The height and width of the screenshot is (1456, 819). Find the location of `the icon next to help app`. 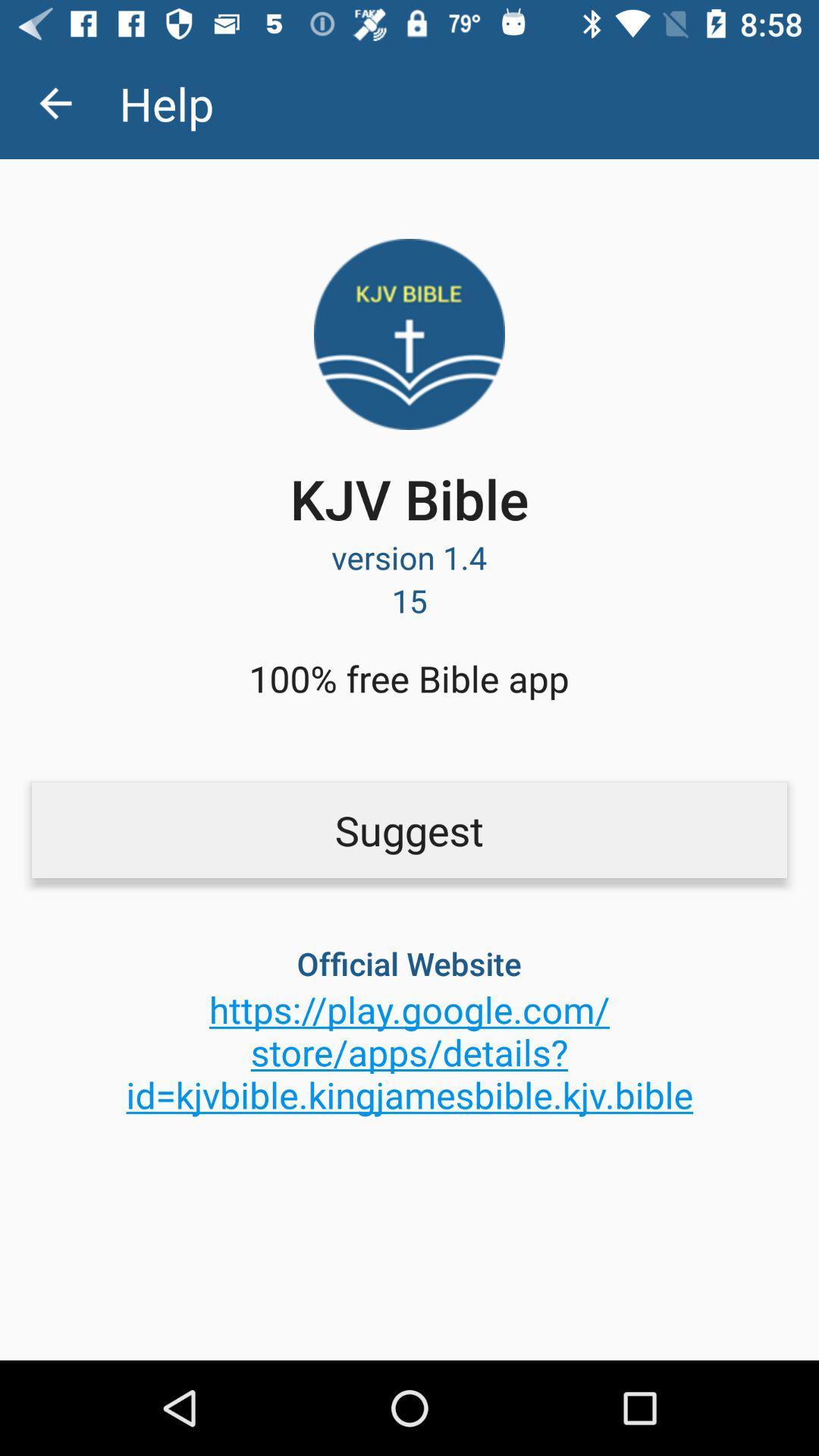

the icon next to help app is located at coordinates (55, 102).